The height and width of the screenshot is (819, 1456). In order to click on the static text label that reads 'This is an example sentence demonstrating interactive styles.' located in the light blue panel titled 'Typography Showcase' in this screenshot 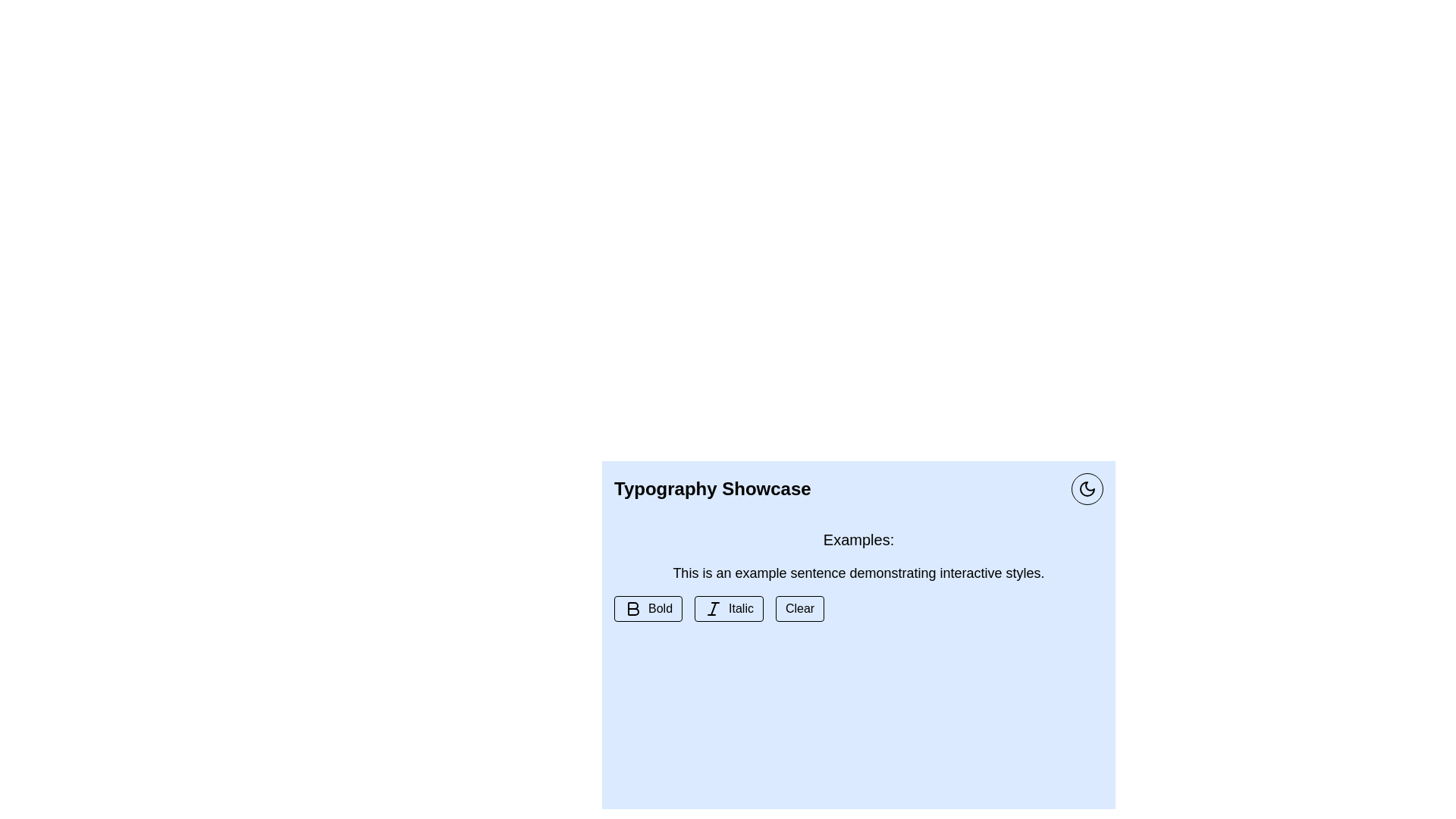, I will do `click(858, 573)`.